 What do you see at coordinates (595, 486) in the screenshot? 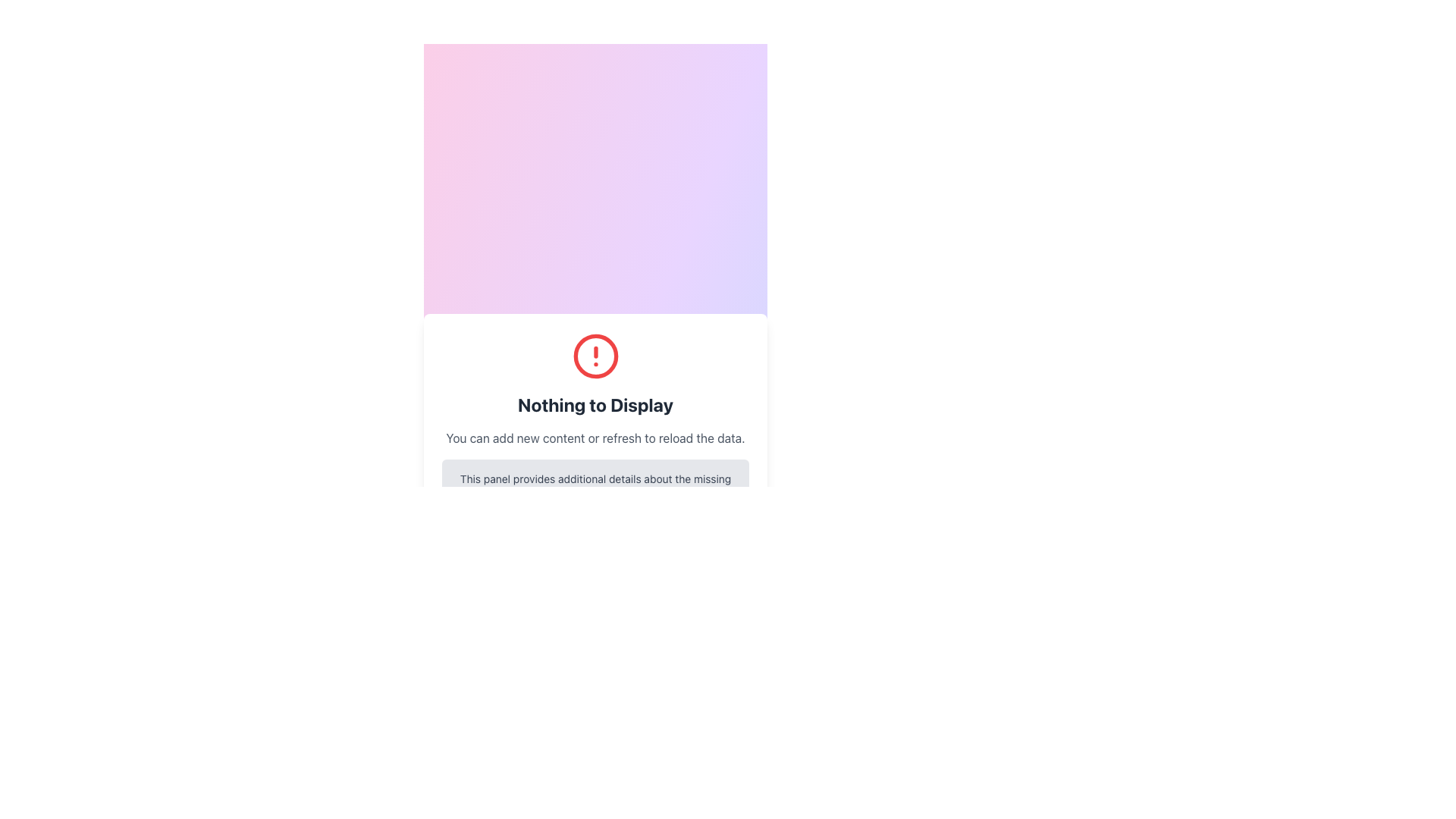
I see `the informative text located centrally aligned within a light gray panel beneath the 'Nothing` at bounding box center [595, 486].